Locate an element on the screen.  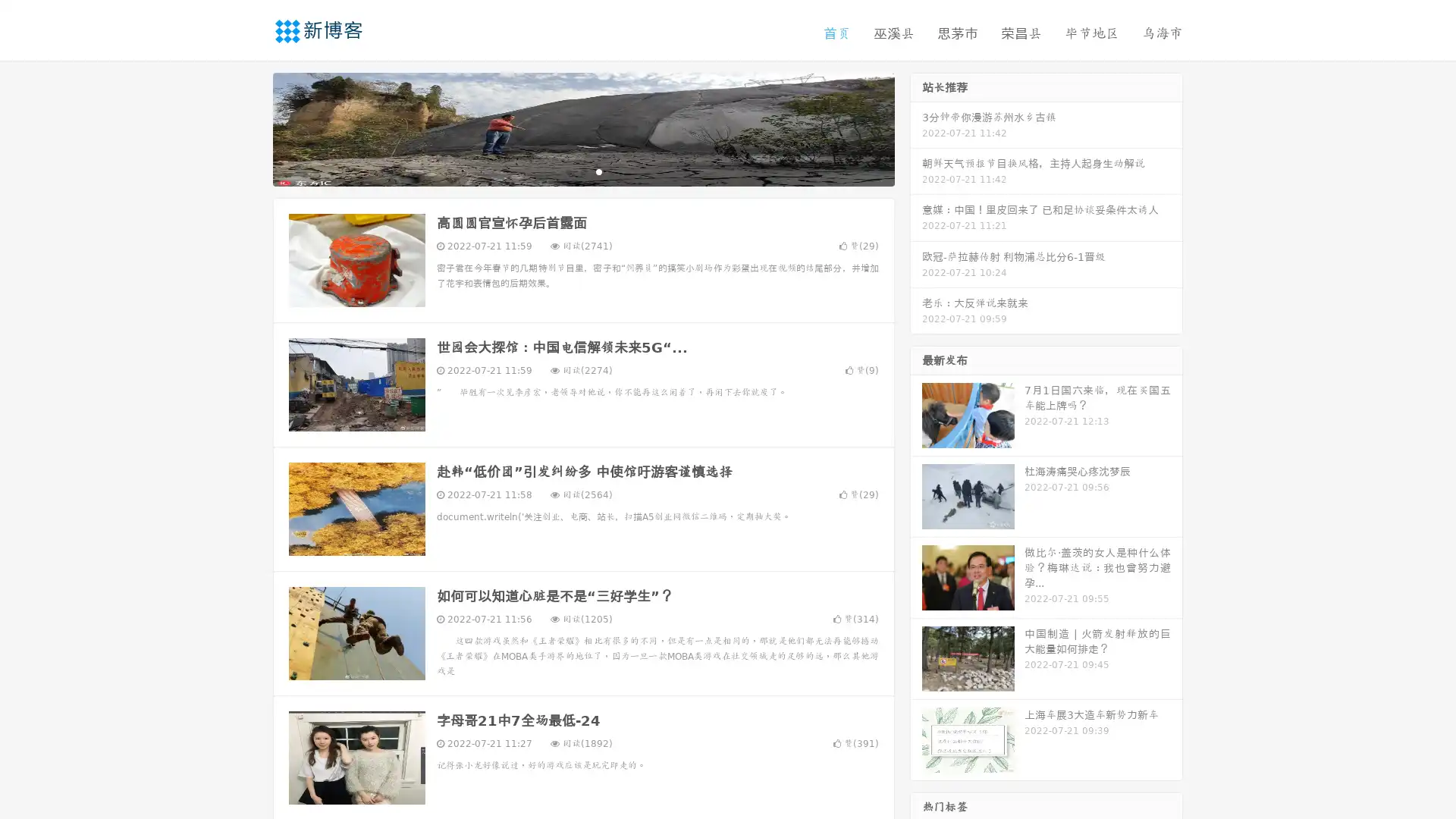
Previous slide is located at coordinates (250, 127).